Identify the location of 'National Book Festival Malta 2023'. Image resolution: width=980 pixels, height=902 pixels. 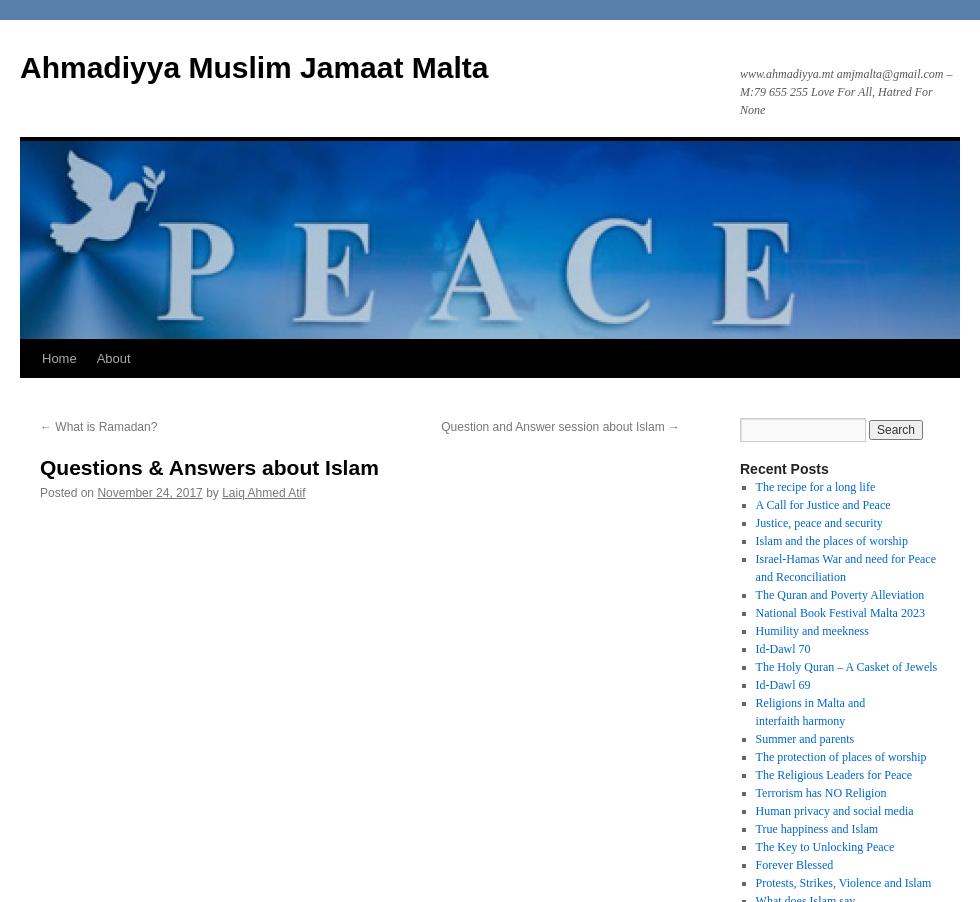
(839, 611).